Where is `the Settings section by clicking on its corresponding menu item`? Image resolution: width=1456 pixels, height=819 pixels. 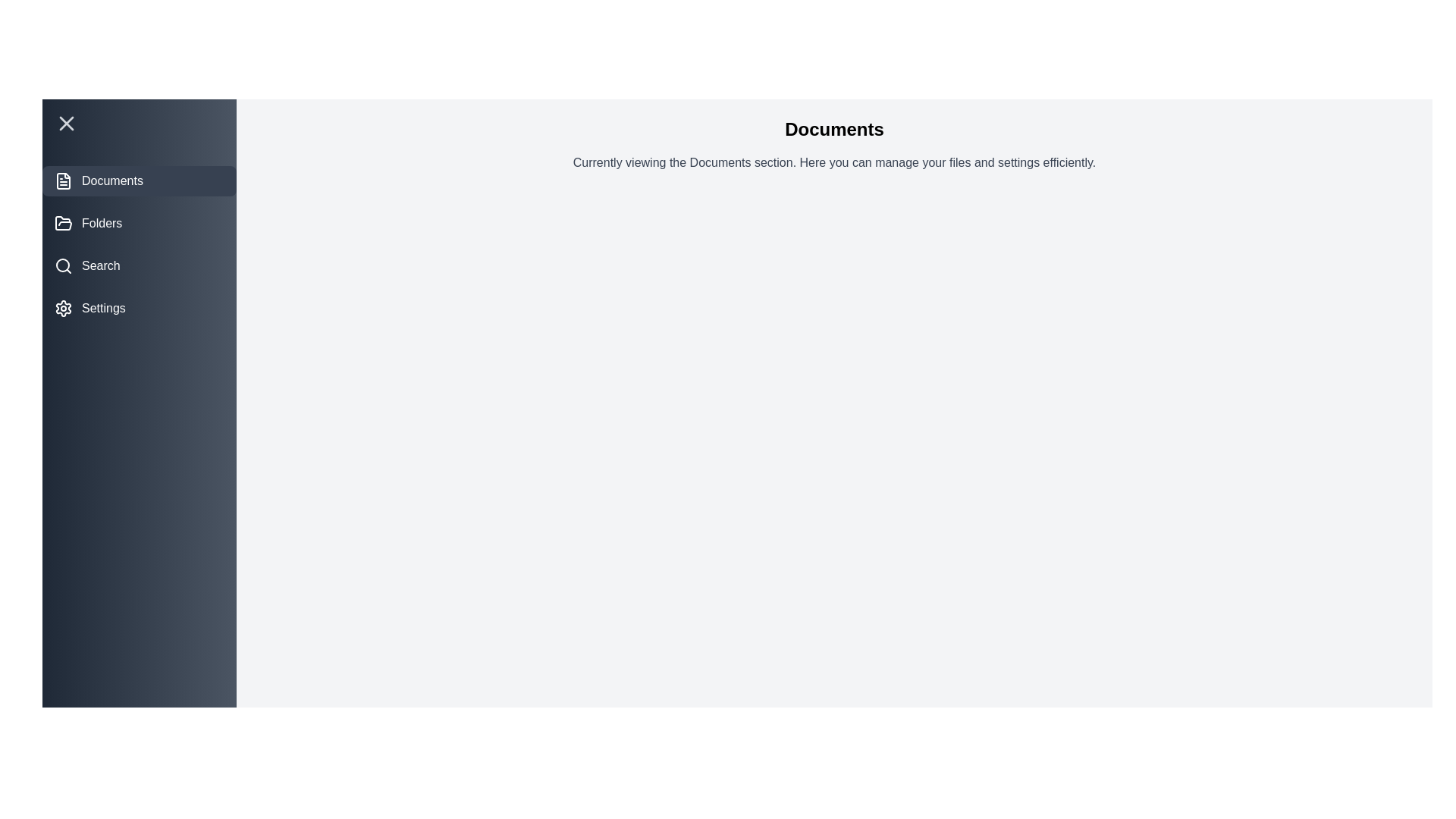 the Settings section by clicking on its corresponding menu item is located at coordinates (139, 308).